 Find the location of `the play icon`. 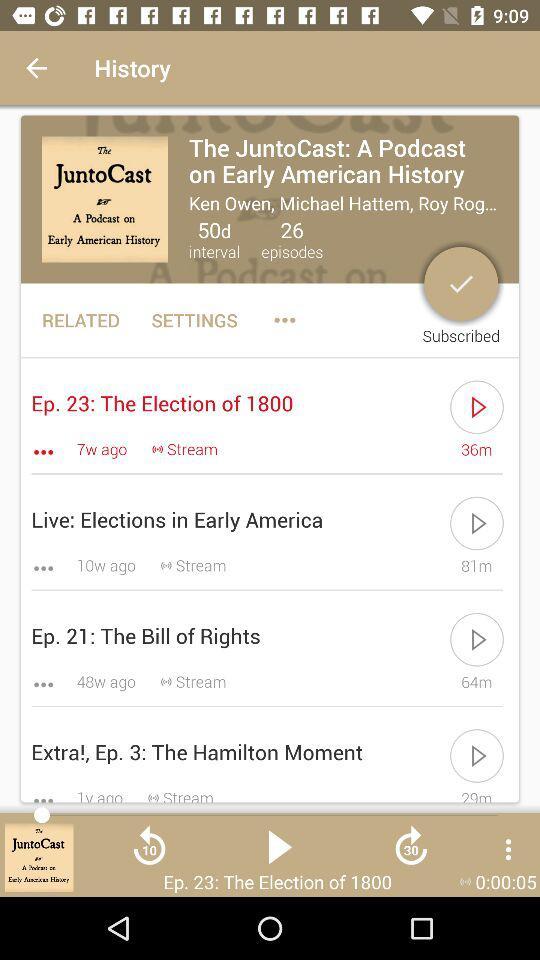

the play icon is located at coordinates (279, 853).